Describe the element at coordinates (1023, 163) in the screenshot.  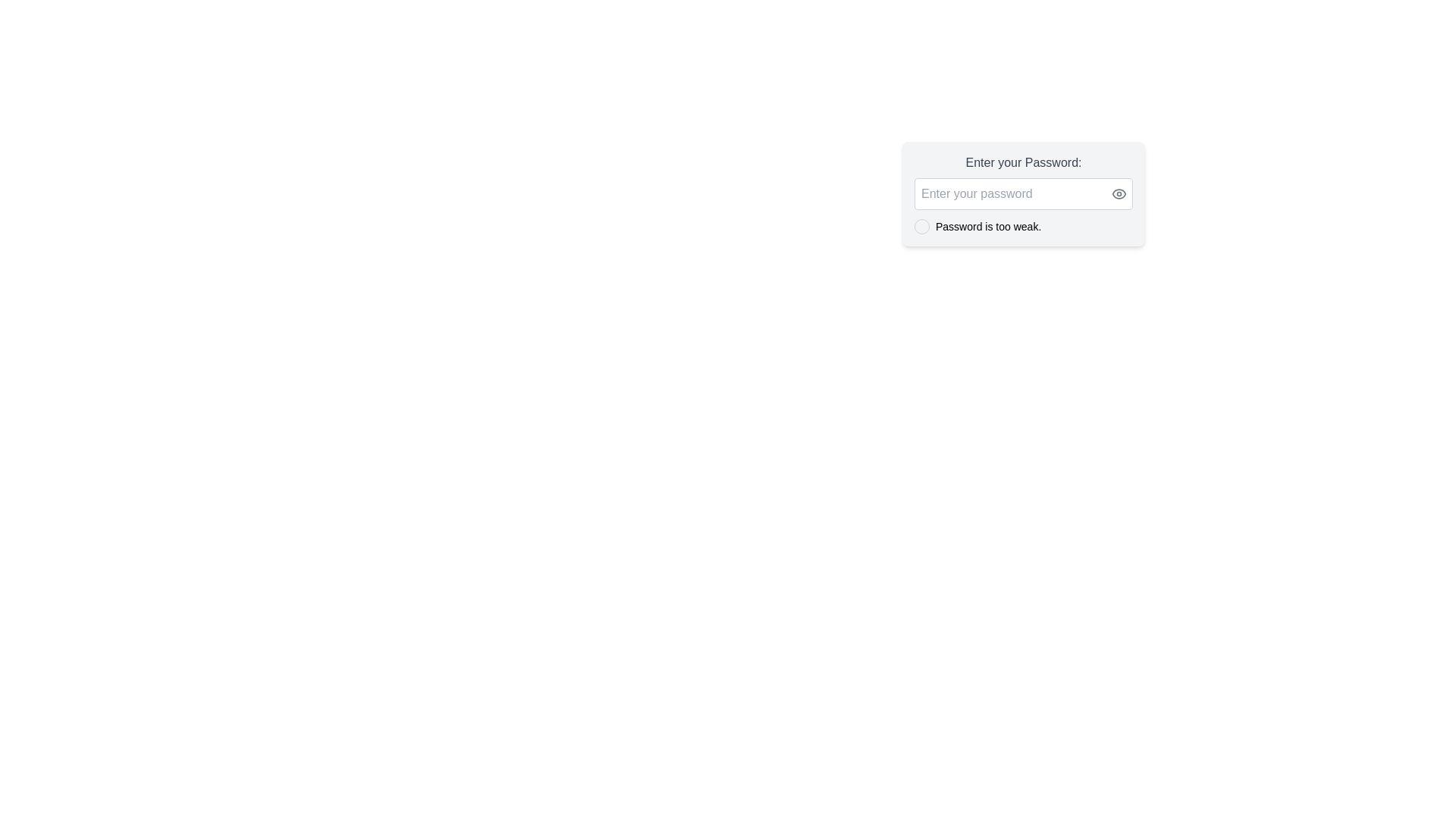
I see `the label that reads 'Enter your Password:', which is styled with a block layout and positioned above the password input field` at that location.